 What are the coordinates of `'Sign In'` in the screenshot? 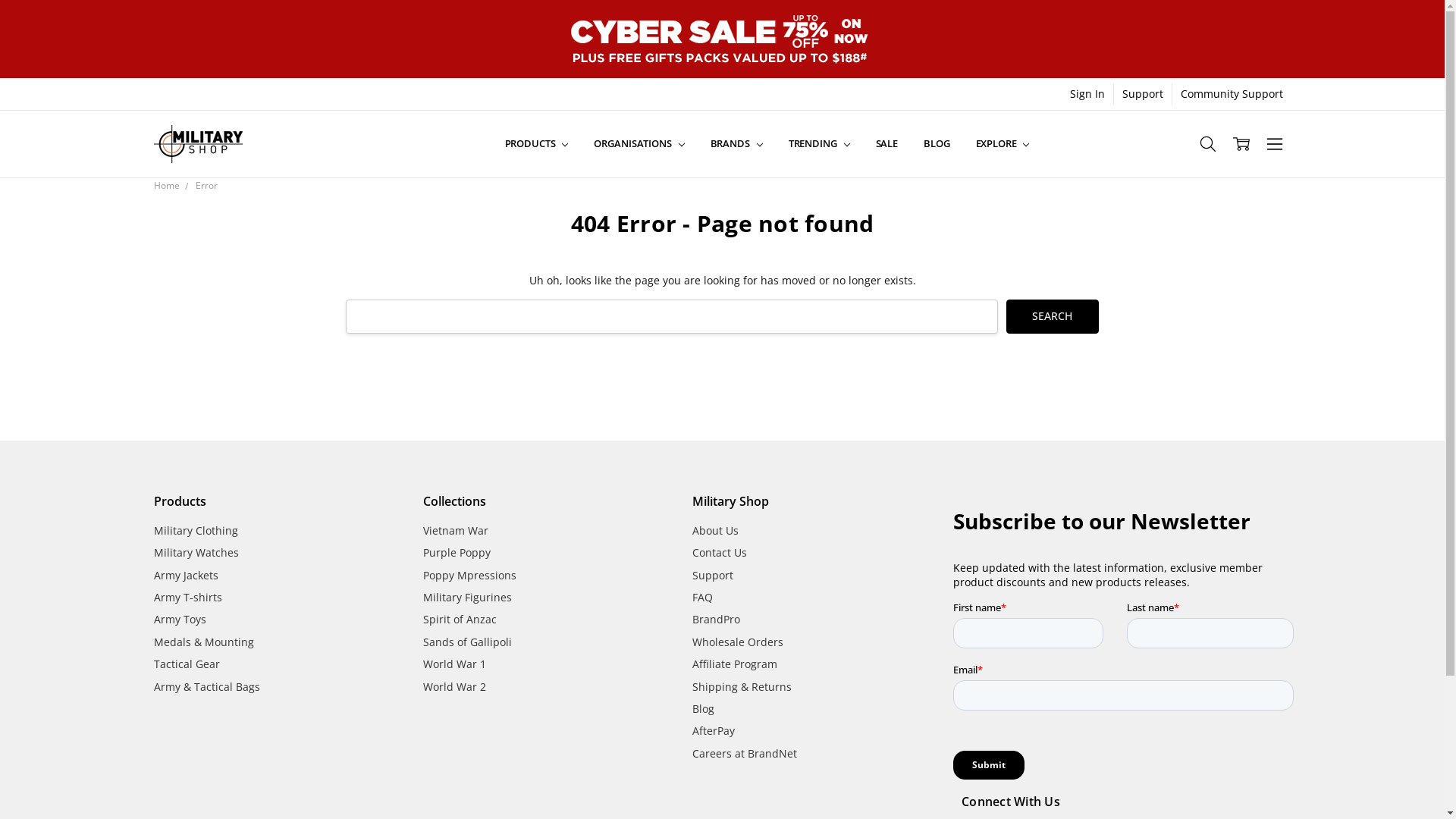 It's located at (1087, 93).